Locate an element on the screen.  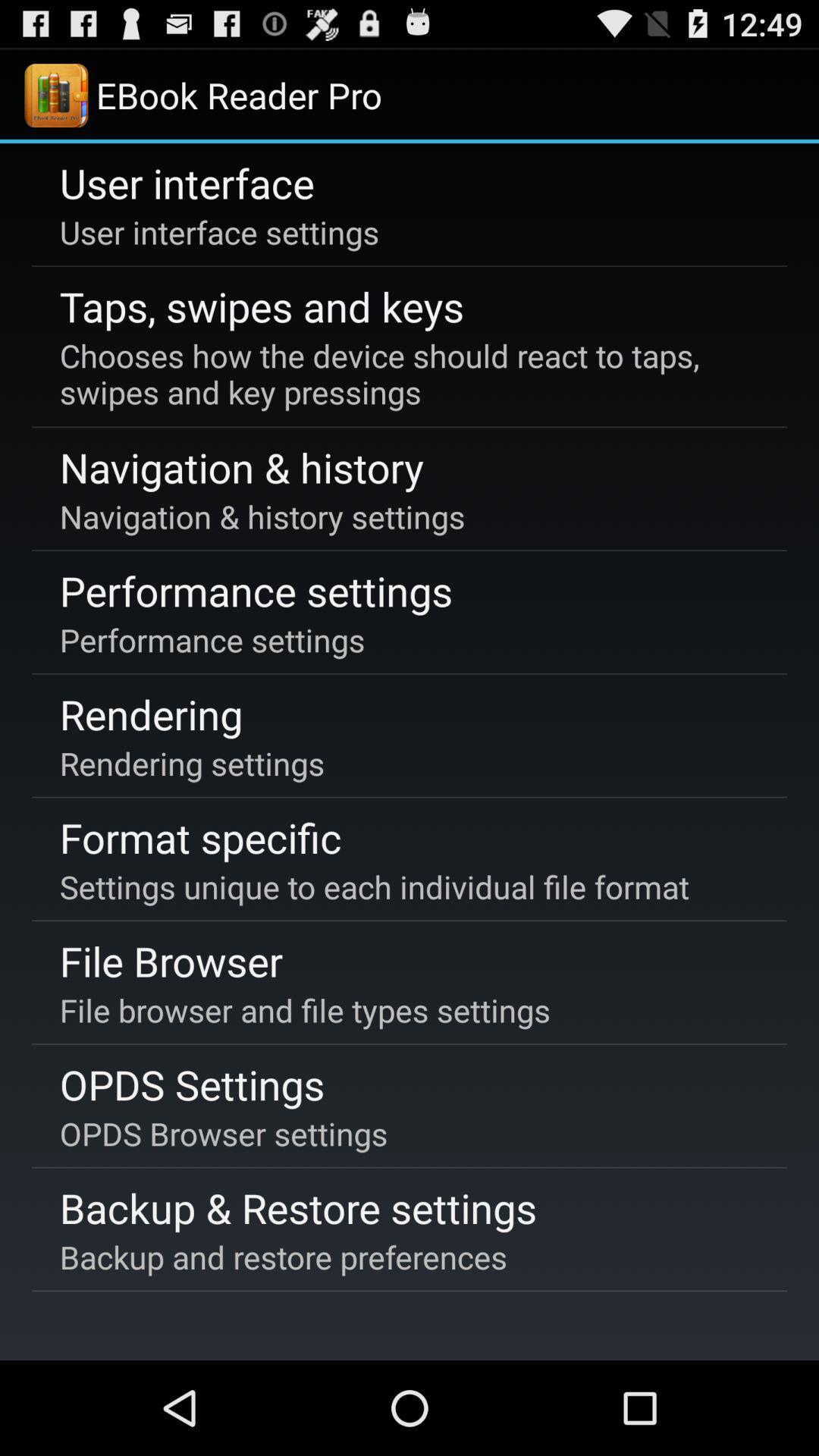
format specific icon is located at coordinates (199, 836).